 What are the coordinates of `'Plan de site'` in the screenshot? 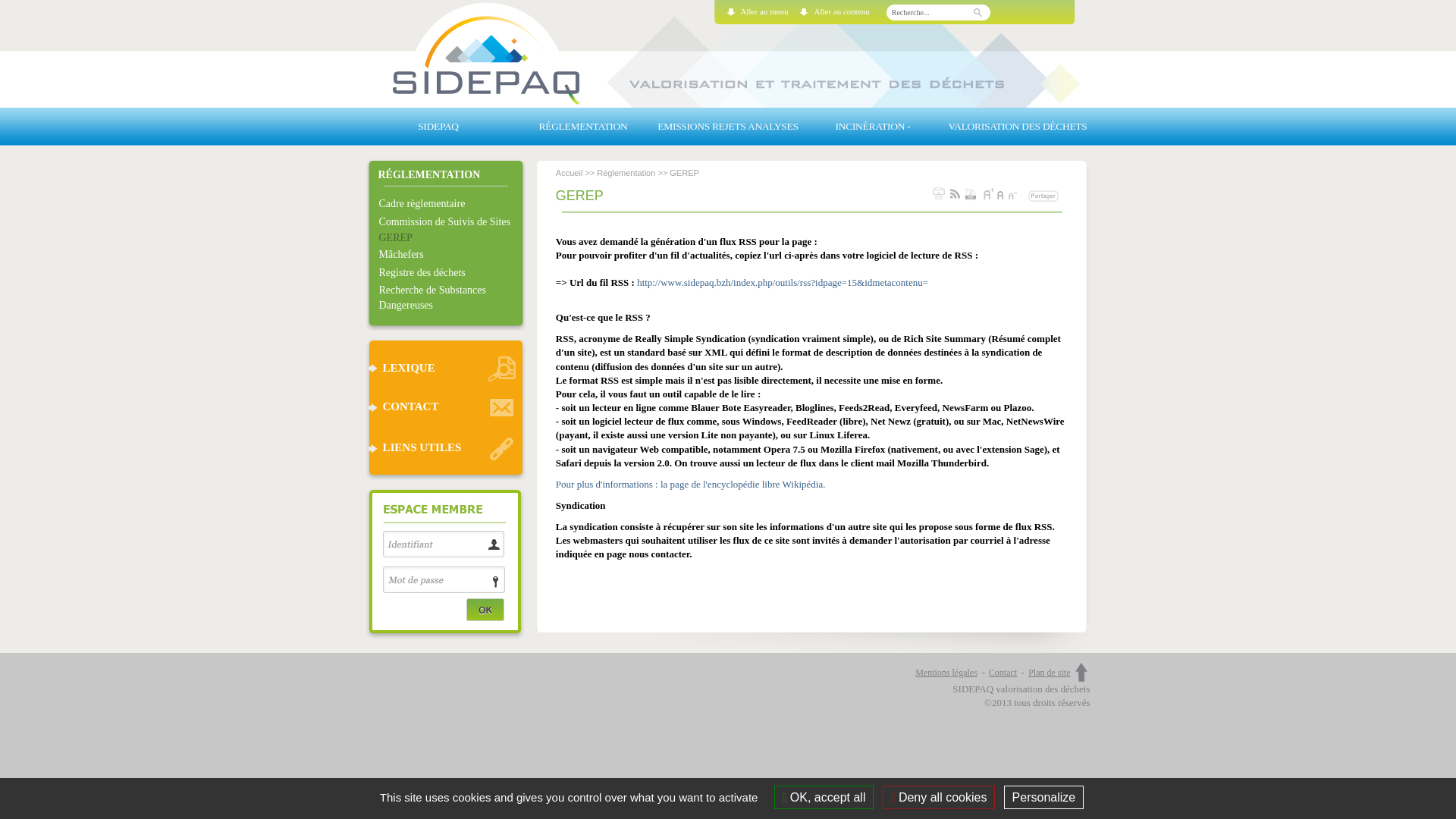 It's located at (1048, 672).